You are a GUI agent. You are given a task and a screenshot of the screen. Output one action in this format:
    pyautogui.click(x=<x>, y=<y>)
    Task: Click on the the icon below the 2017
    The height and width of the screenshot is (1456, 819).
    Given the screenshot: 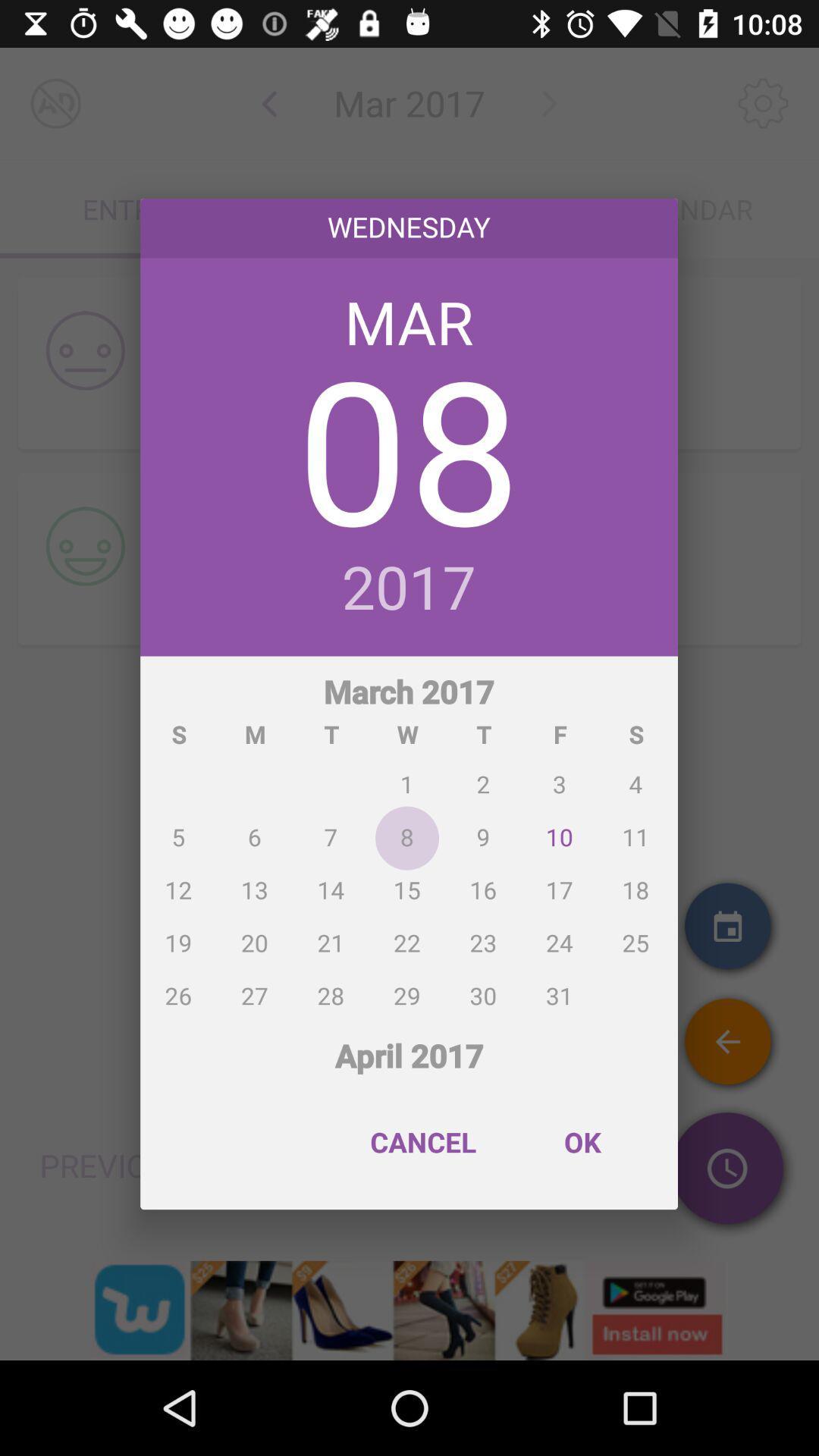 What is the action you would take?
    pyautogui.click(x=408, y=837)
    